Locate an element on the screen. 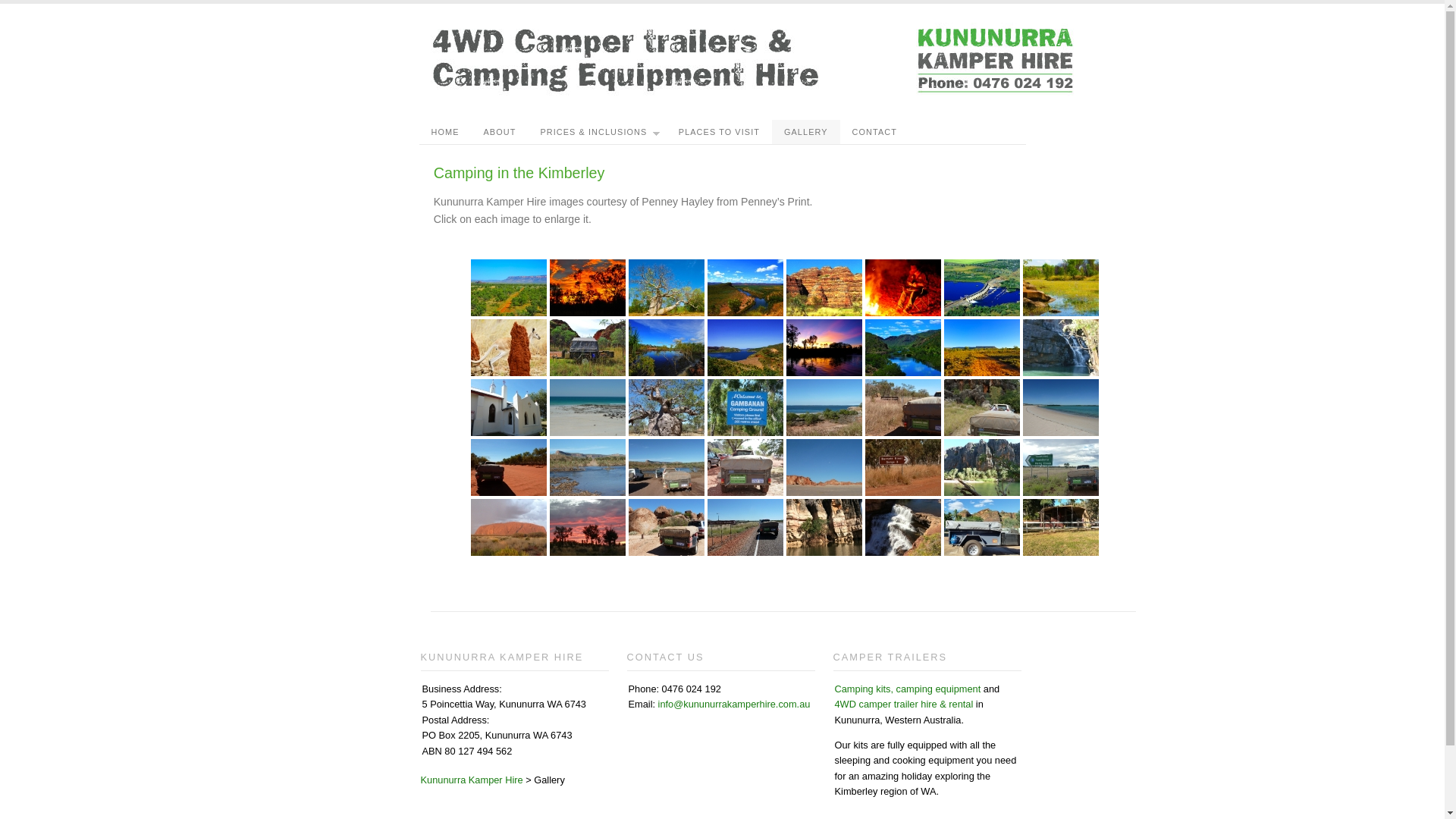  'GALLERY' is located at coordinates (805, 130).